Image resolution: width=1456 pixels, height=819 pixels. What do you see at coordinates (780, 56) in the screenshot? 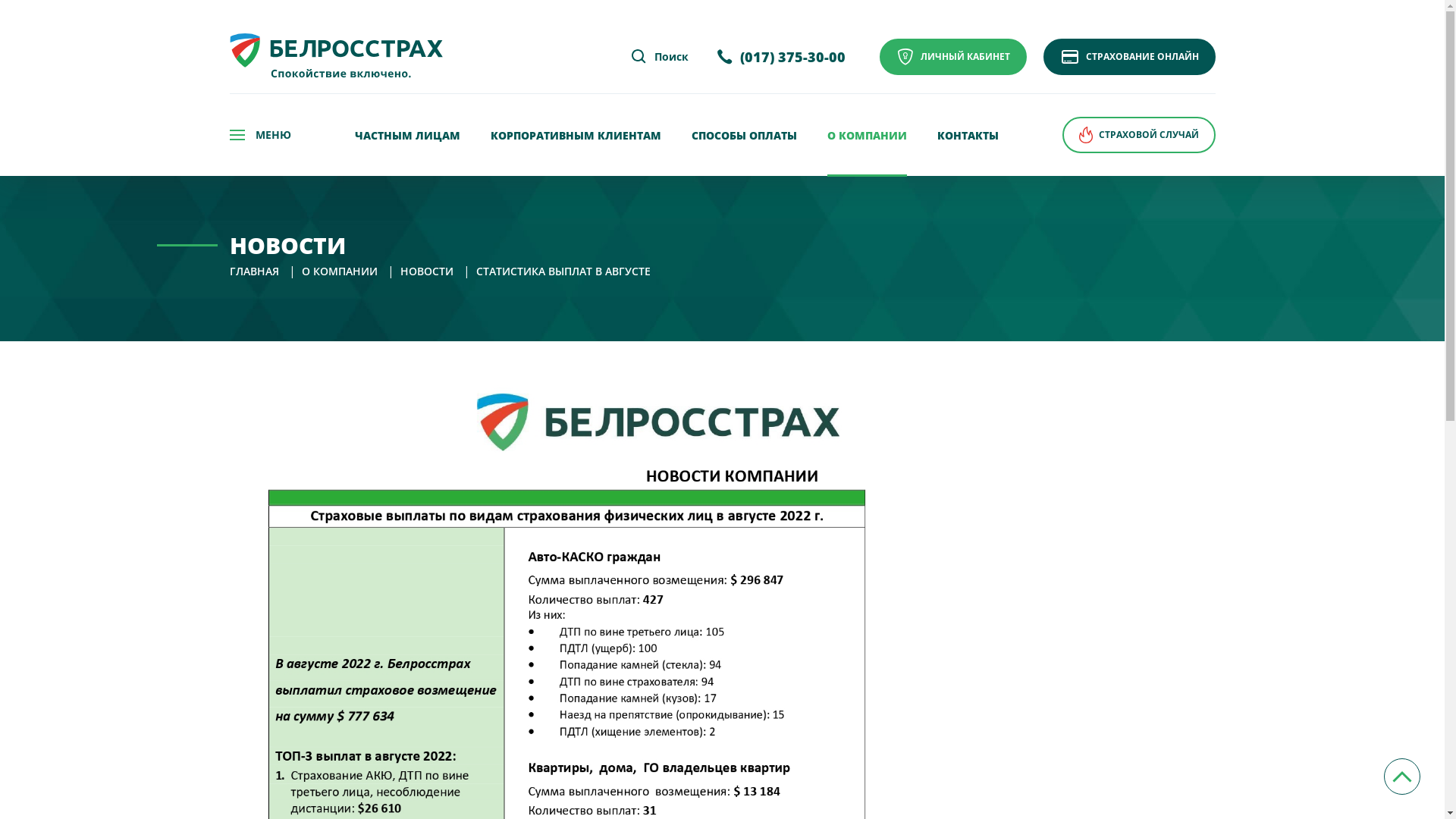
I see `'(017) 375-30-00'` at bounding box center [780, 56].